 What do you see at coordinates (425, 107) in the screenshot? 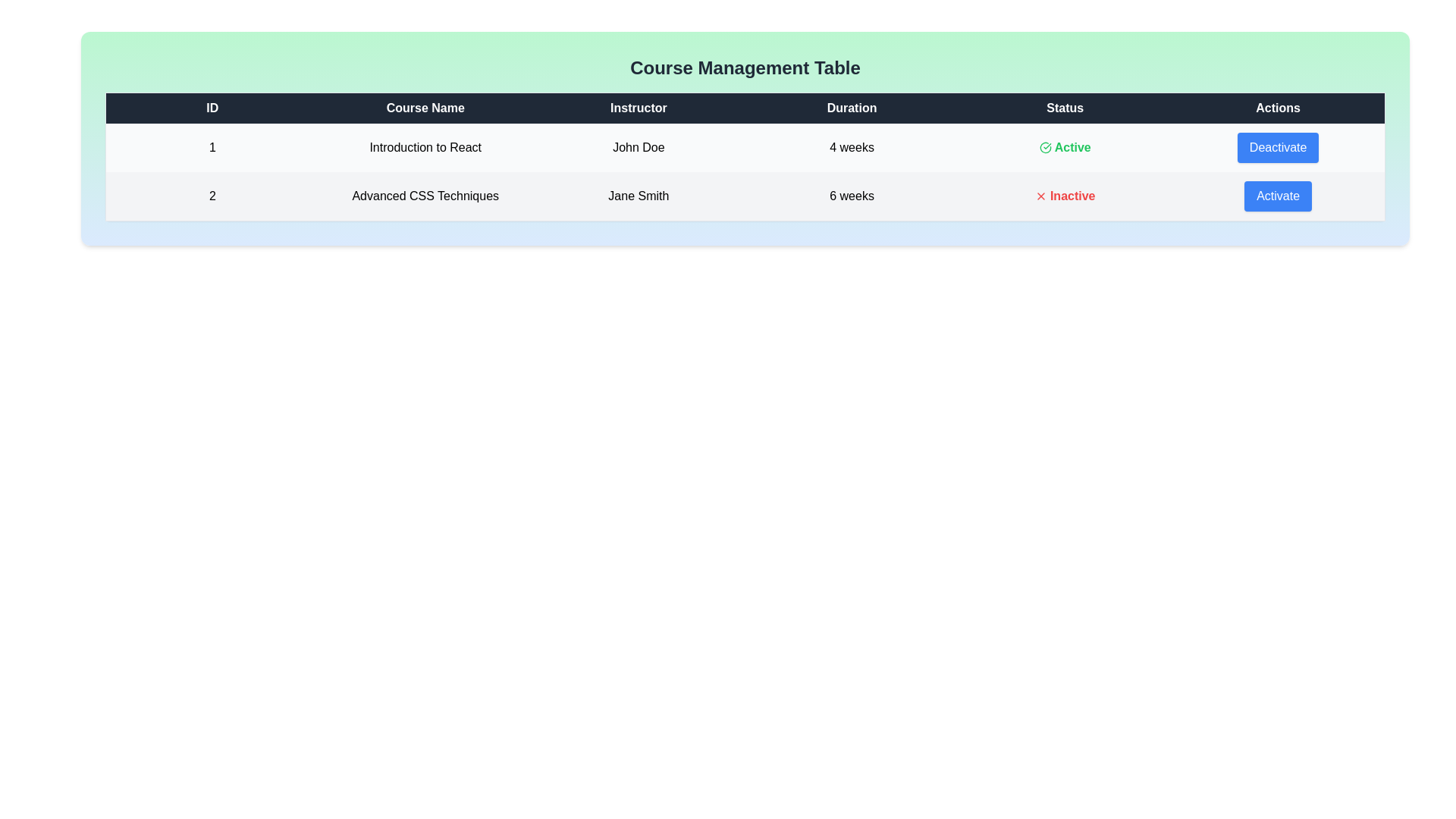
I see `the table header cell that labels the column for course names, located between the 'ID' and 'Instructor' headers` at bounding box center [425, 107].